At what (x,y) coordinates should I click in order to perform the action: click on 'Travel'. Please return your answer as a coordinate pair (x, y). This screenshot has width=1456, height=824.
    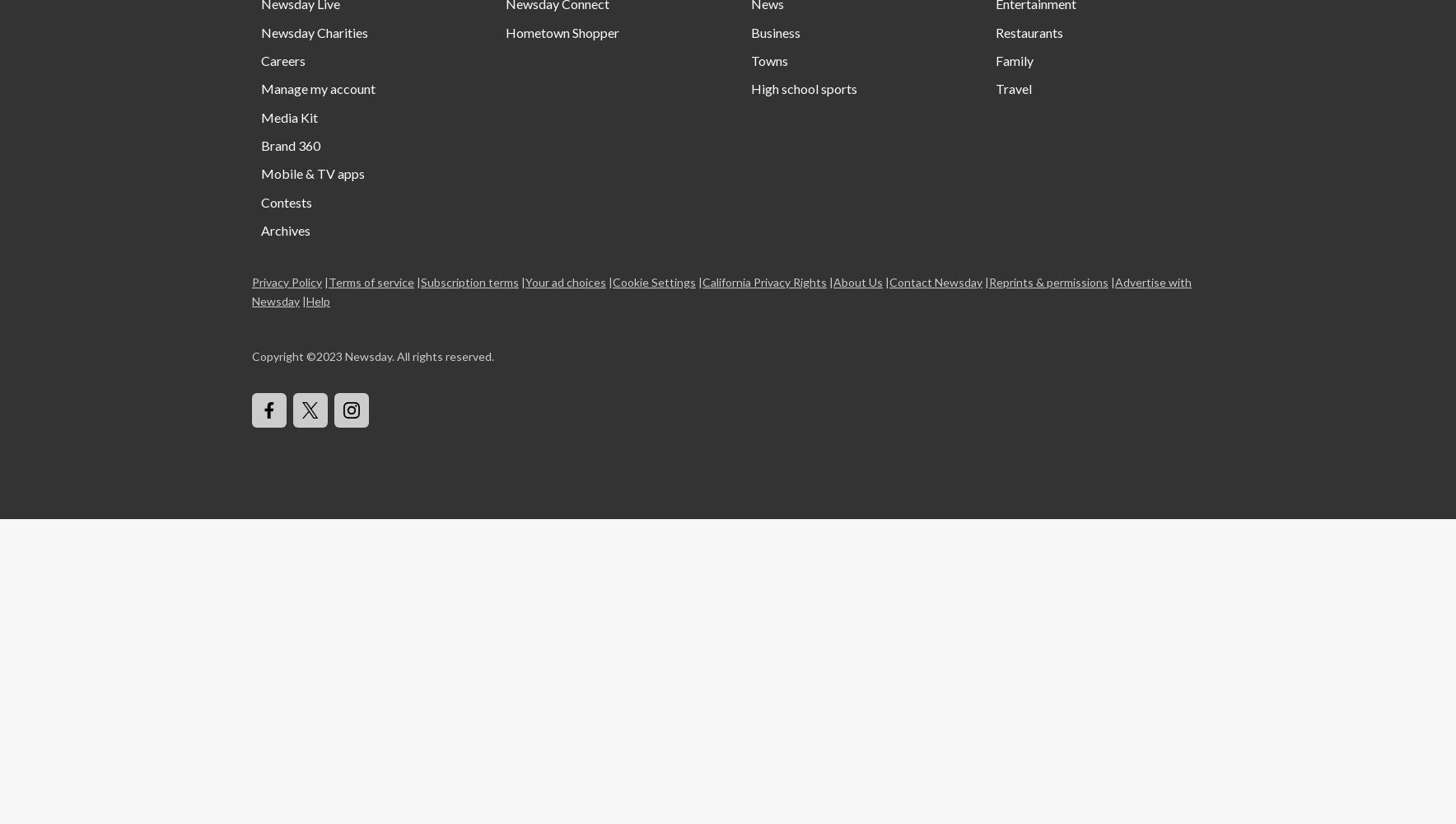
    Looking at the image, I should click on (1012, 87).